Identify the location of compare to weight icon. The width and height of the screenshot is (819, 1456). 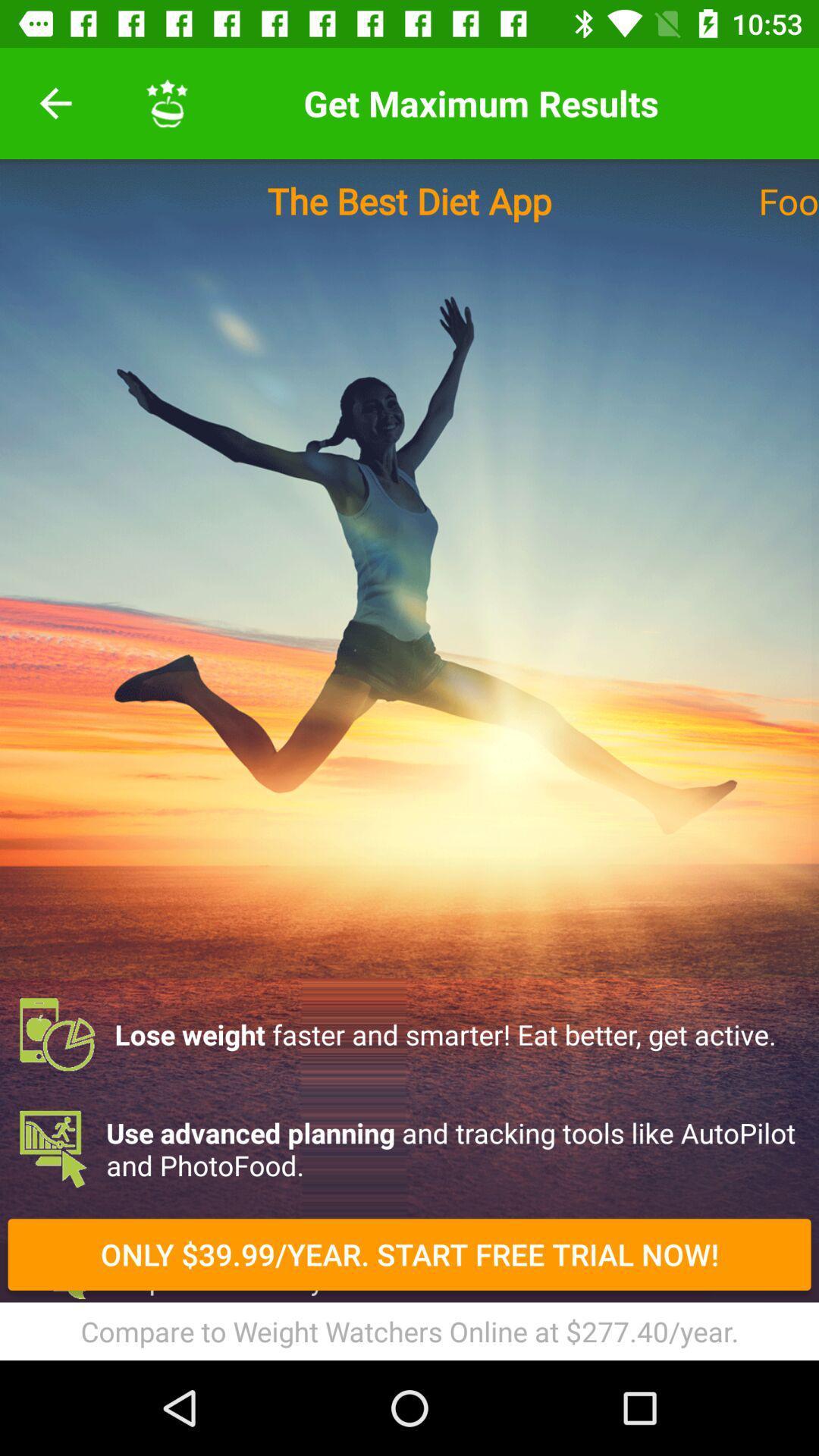
(409, 1330).